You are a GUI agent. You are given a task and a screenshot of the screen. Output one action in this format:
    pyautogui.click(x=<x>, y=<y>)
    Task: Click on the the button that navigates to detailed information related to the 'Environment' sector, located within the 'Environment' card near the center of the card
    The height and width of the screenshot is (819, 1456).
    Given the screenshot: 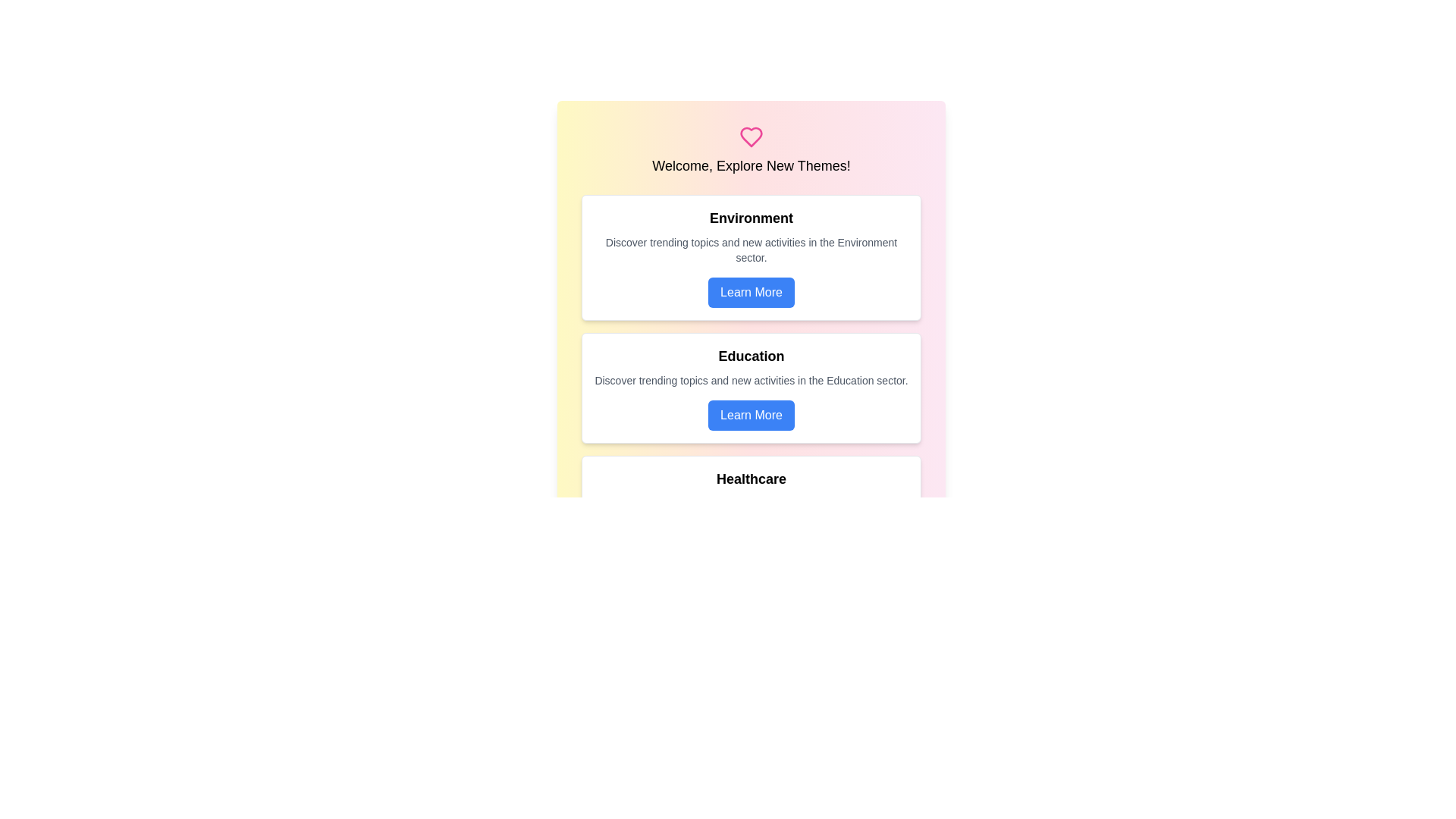 What is the action you would take?
    pyautogui.click(x=751, y=292)
    